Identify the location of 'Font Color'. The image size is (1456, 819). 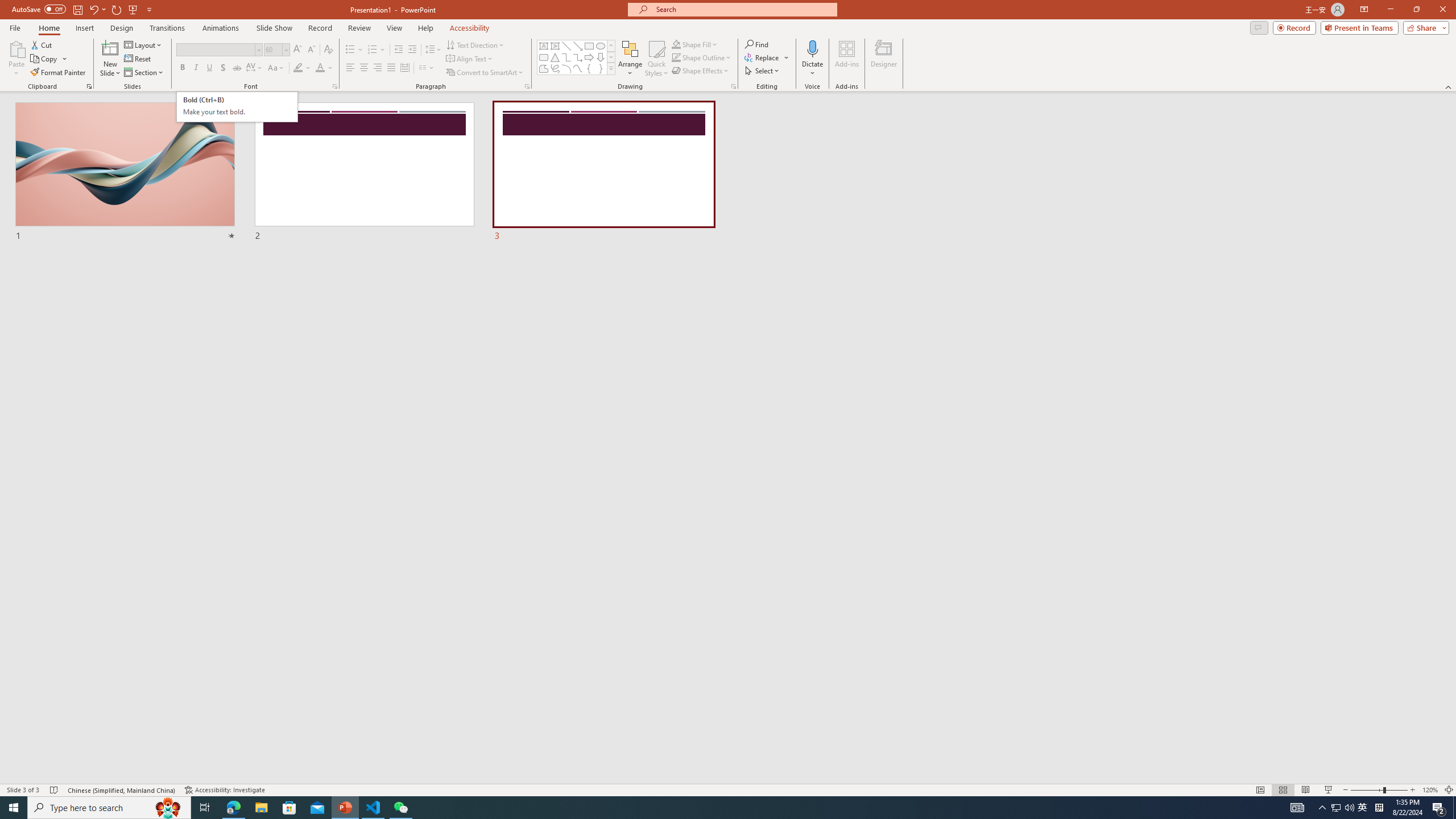
(324, 67).